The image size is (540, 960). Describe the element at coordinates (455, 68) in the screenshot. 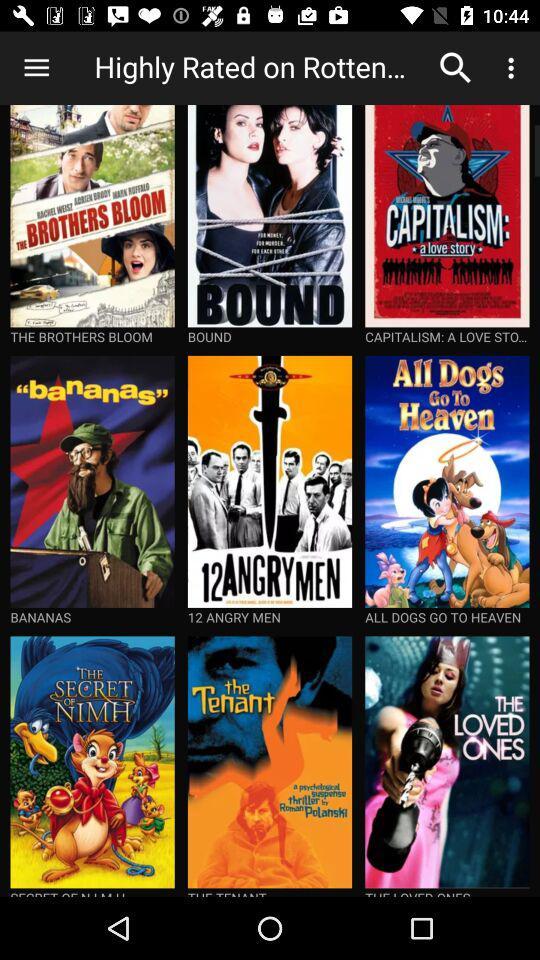

I see `the icon to the right of the highly rated on item` at that location.